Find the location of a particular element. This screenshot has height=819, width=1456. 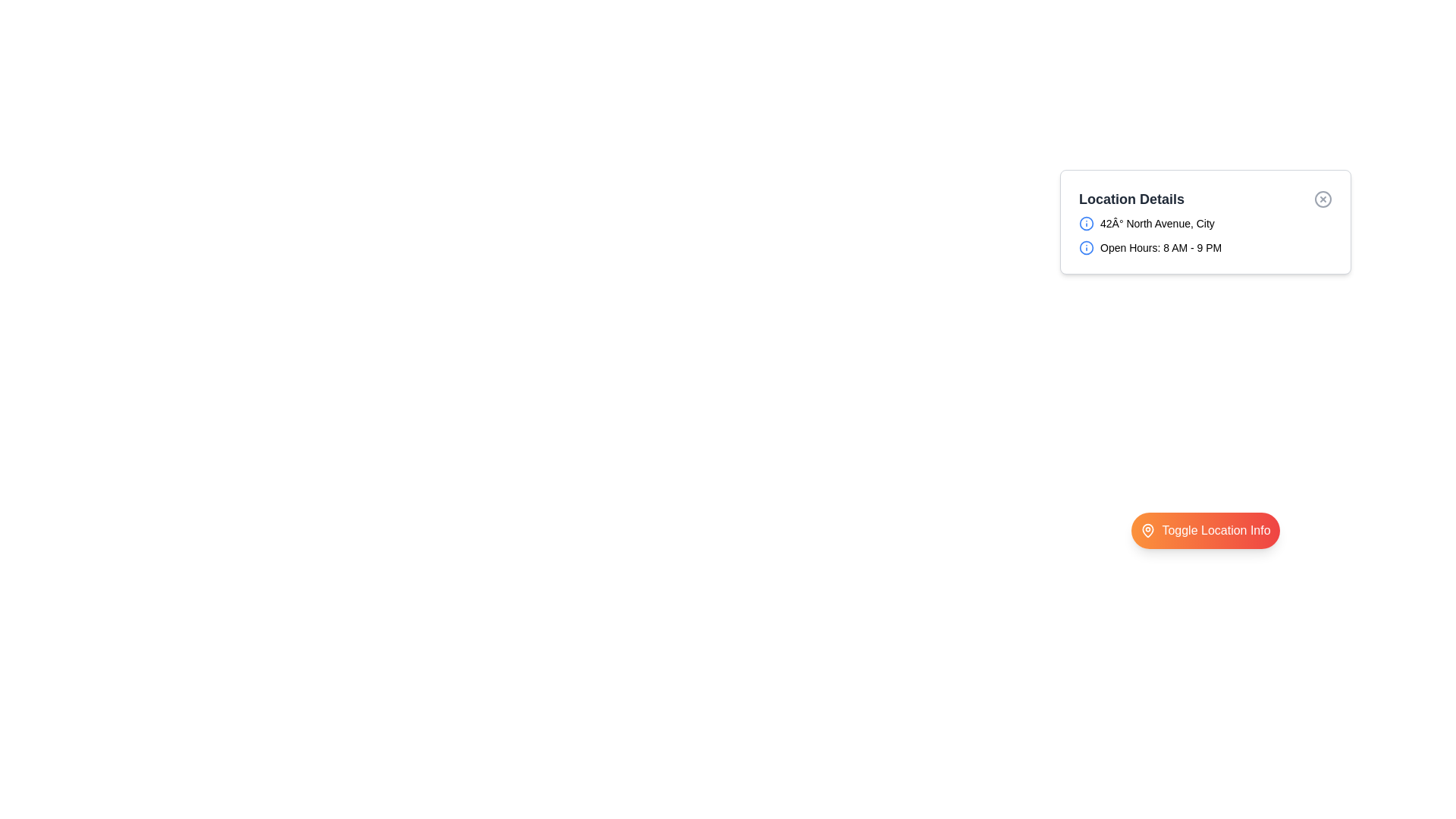

the location toggle icon that is positioned to the left of the text within the 'Toggle Location Info' button is located at coordinates (1148, 529).